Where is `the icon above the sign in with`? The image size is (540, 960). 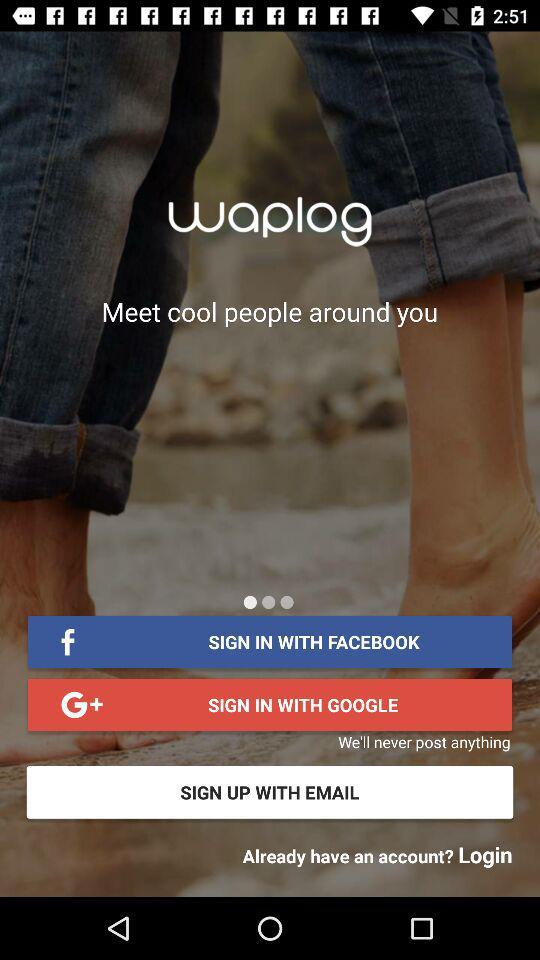
the icon above the sign in with is located at coordinates (250, 601).